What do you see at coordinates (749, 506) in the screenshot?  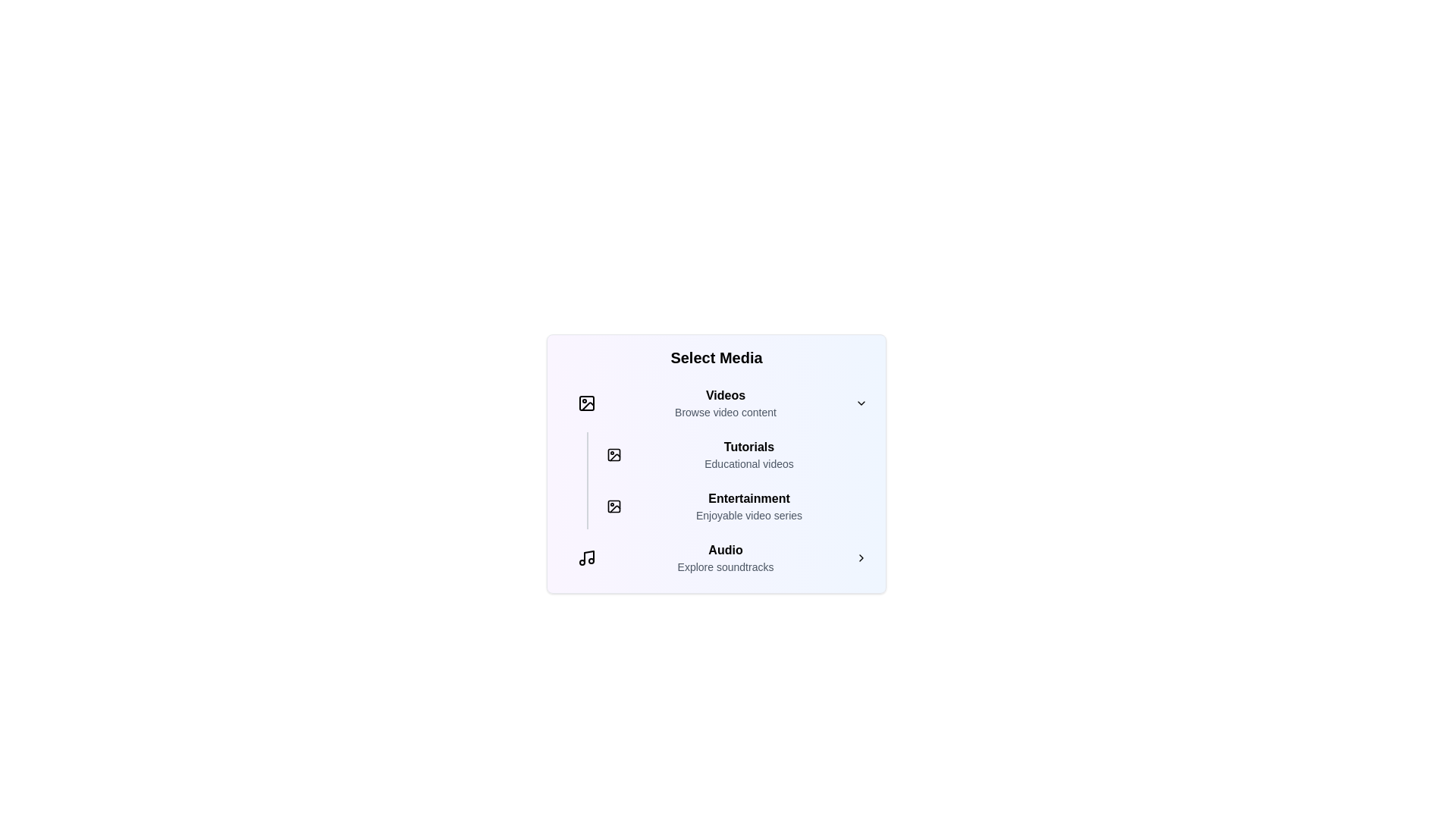 I see `the 'Entertainment' media category element, which includes a title and description` at bounding box center [749, 506].